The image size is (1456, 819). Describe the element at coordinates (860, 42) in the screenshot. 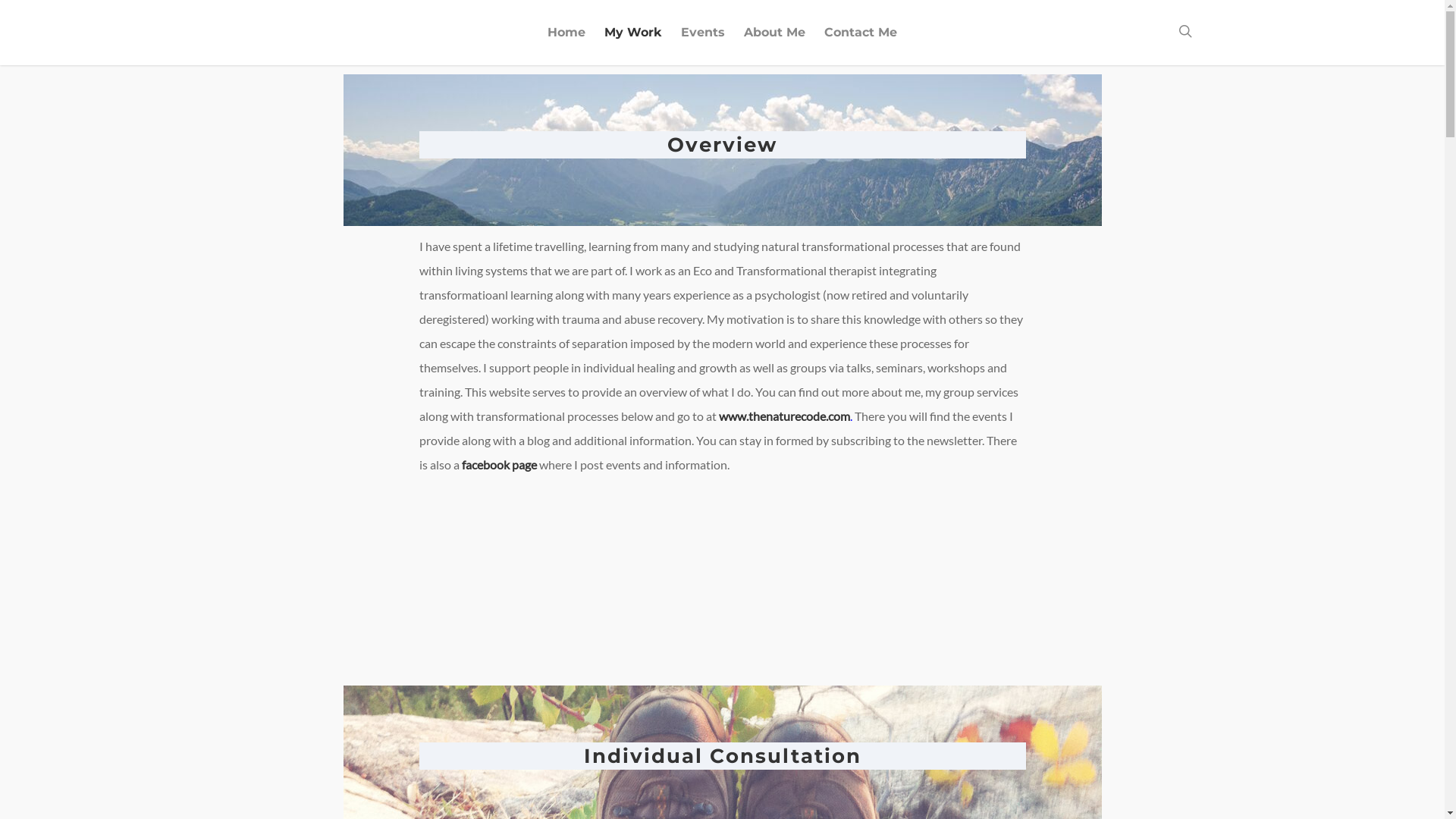

I see `'Contact Me'` at that location.